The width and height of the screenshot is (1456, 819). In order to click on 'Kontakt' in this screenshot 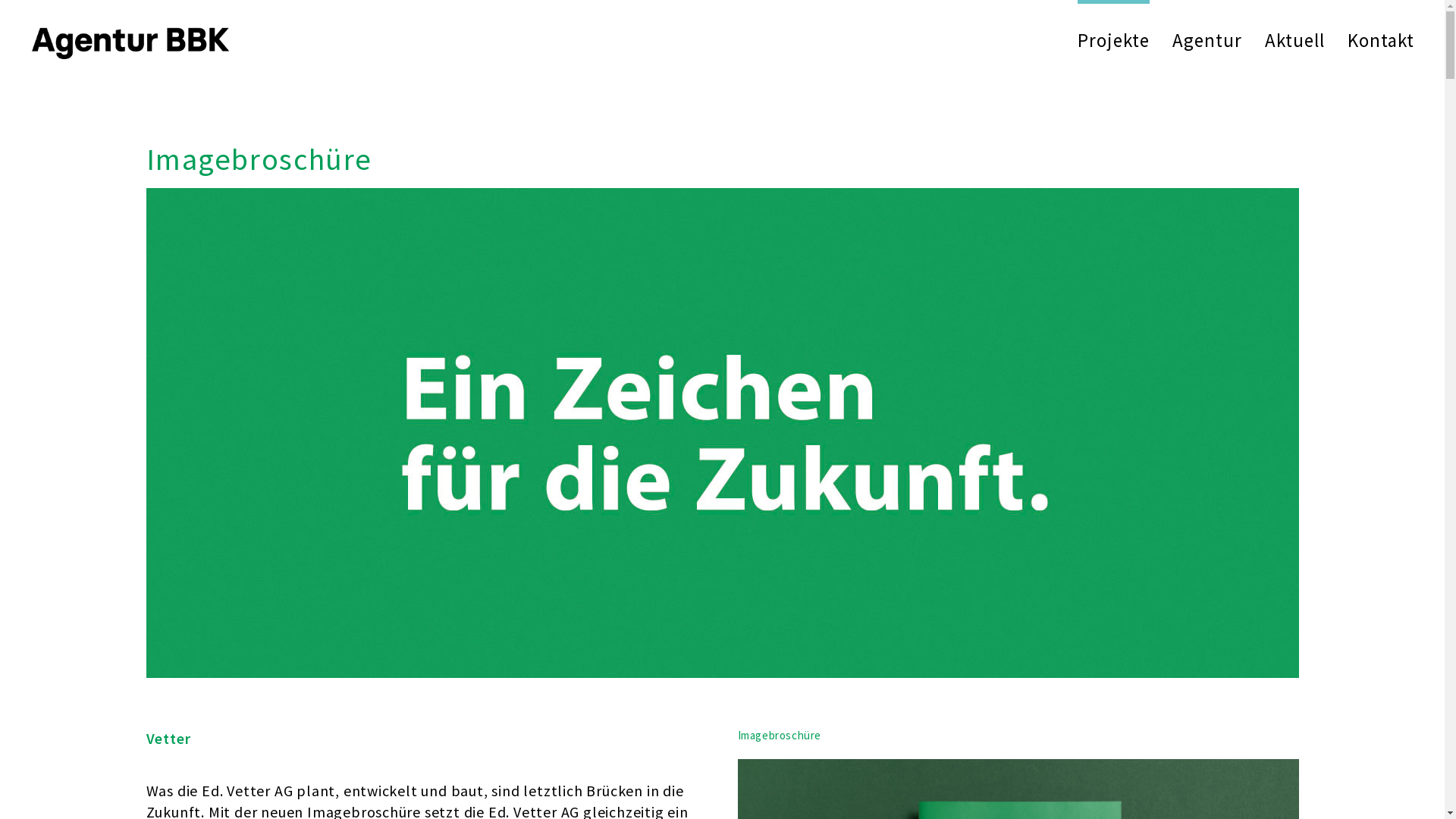, I will do `click(1347, 39)`.